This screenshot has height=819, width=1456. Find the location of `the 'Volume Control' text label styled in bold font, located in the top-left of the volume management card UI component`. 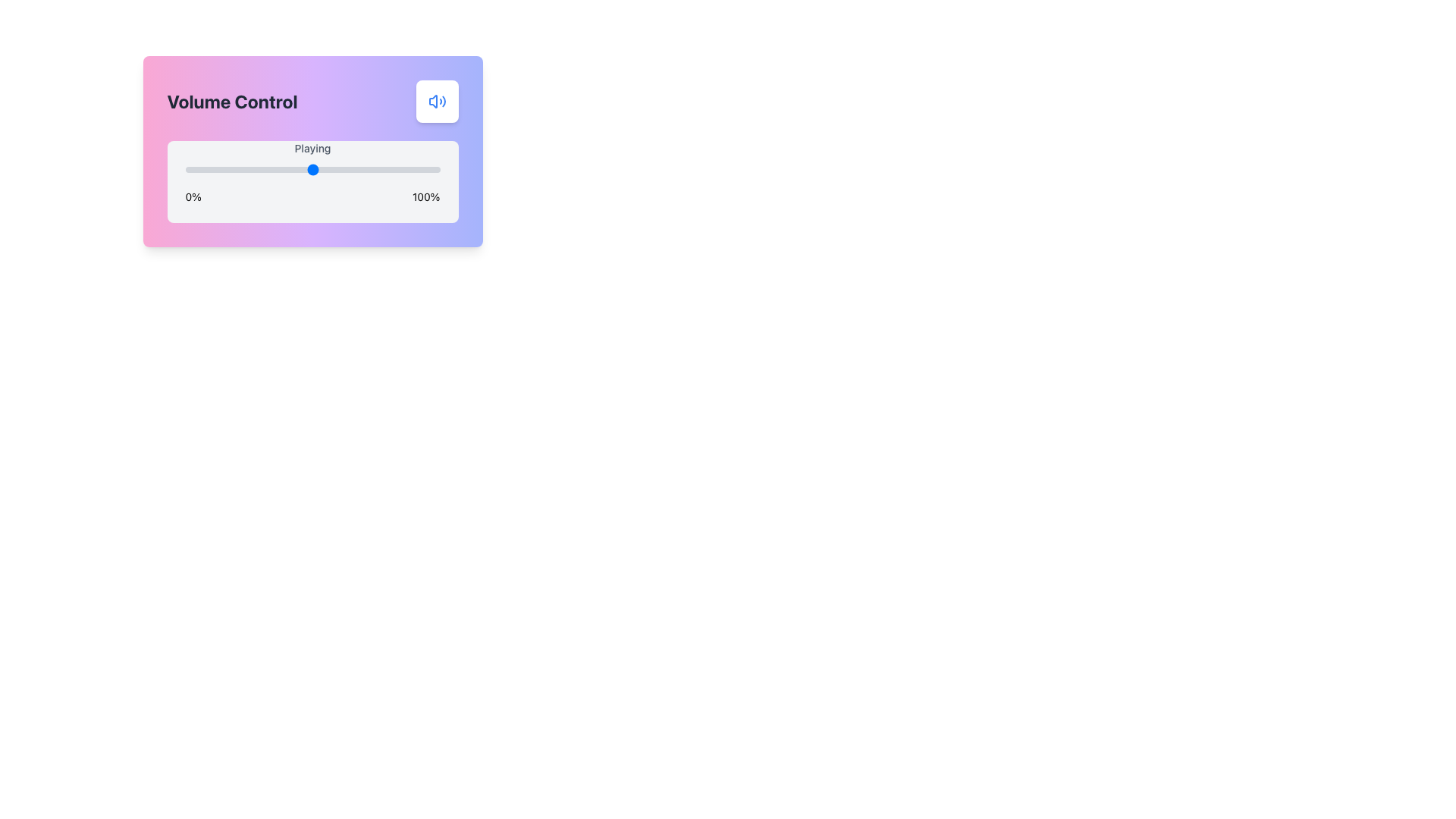

the 'Volume Control' text label styled in bold font, located in the top-left of the volume management card UI component is located at coordinates (231, 102).